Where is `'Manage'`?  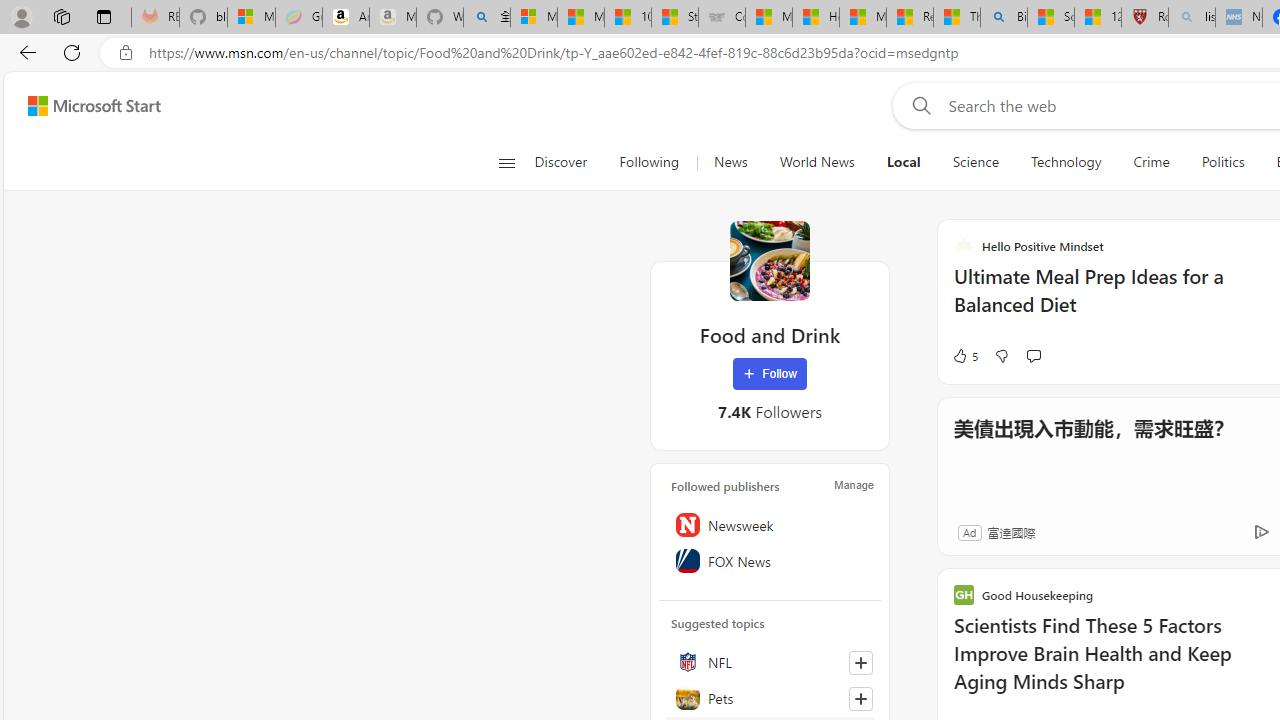
'Manage' is located at coordinates (854, 484).